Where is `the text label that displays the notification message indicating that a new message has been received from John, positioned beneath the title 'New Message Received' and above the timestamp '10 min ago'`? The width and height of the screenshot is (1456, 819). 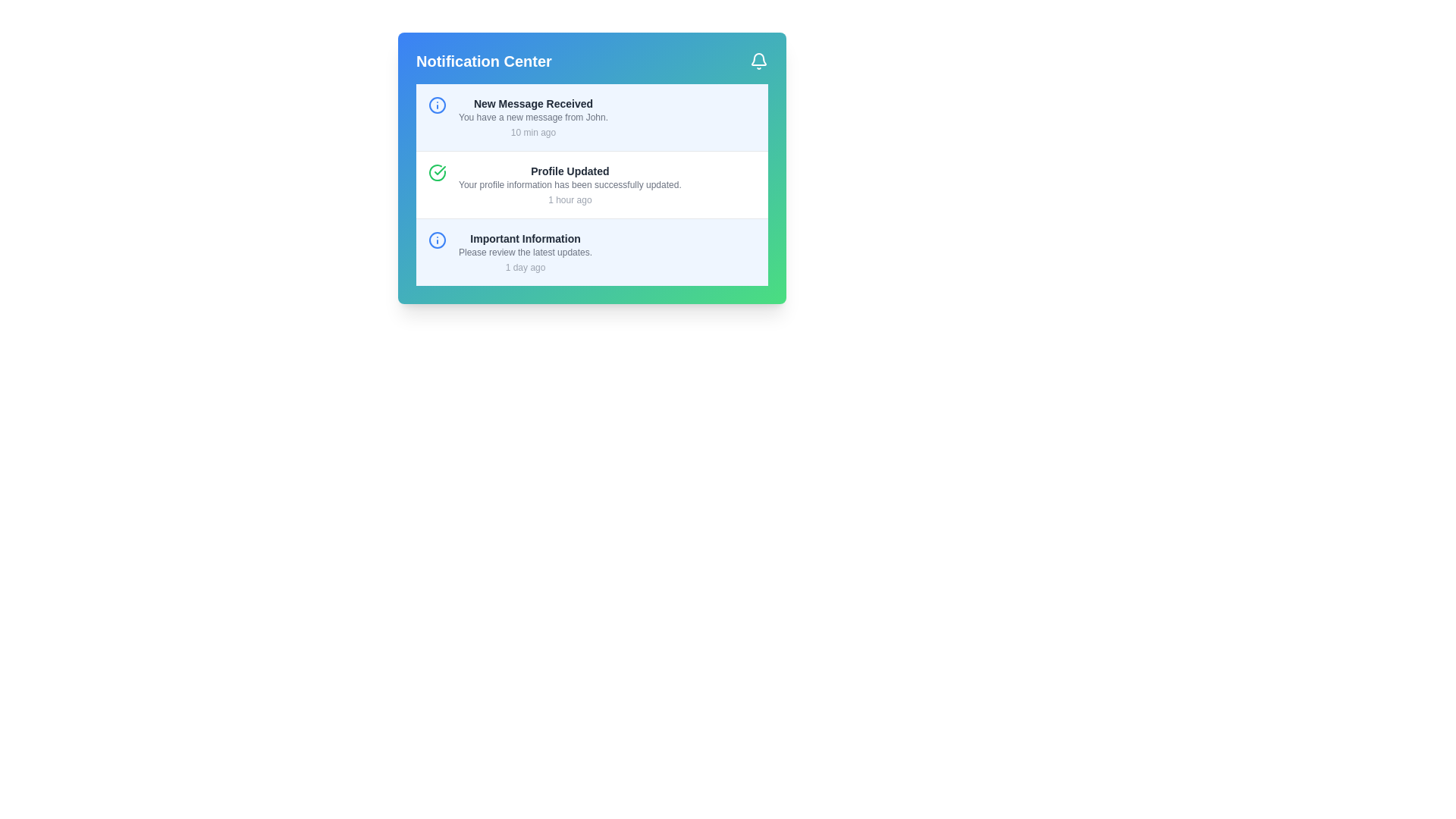
the text label that displays the notification message indicating that a new message has been received from John, positioned beneath the title 'New Message Received' and above the timestamp '10 min ago' is located at coordinates (533, 116).